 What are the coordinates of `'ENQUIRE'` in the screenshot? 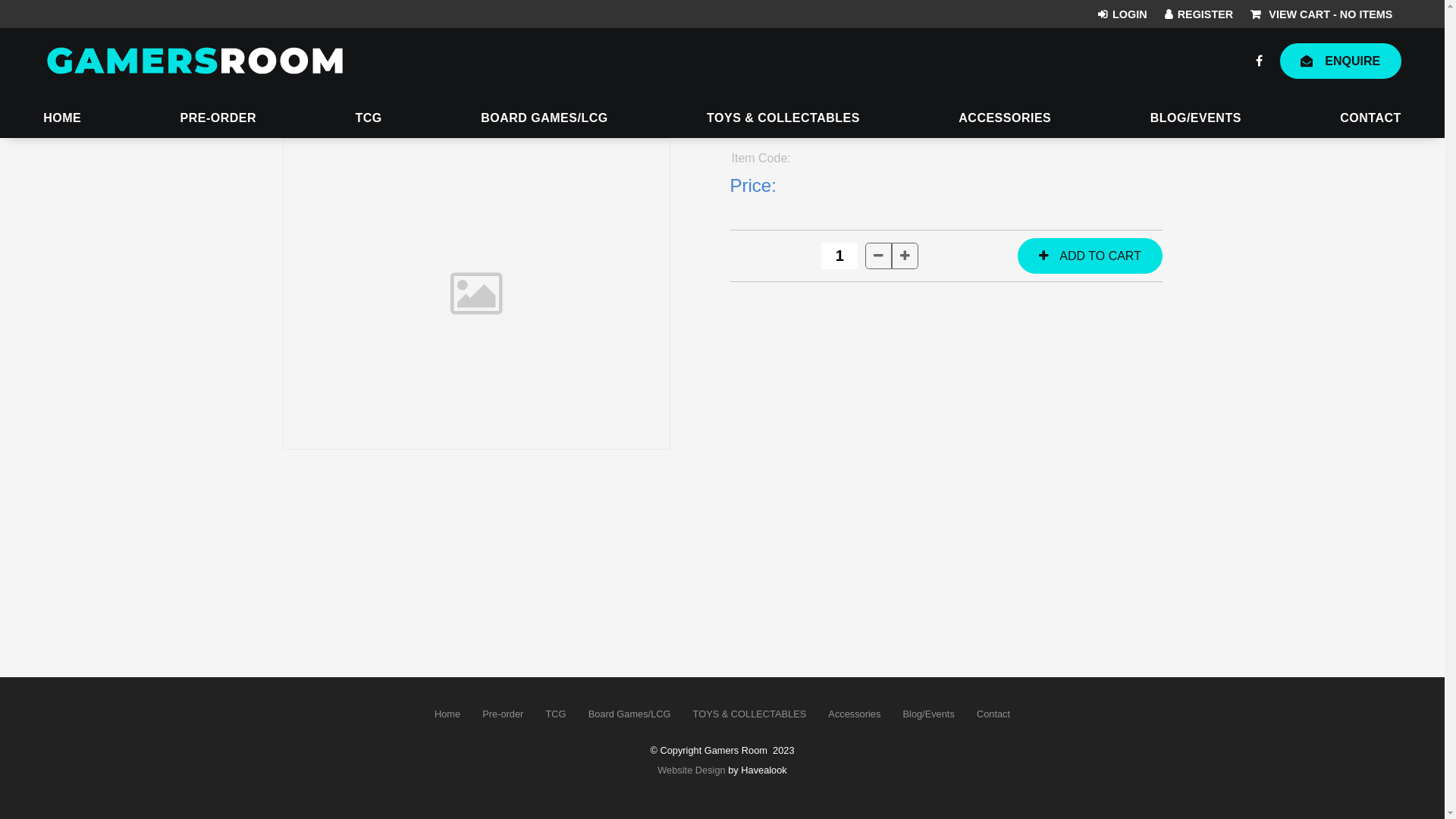 It's located at (1340, 60).